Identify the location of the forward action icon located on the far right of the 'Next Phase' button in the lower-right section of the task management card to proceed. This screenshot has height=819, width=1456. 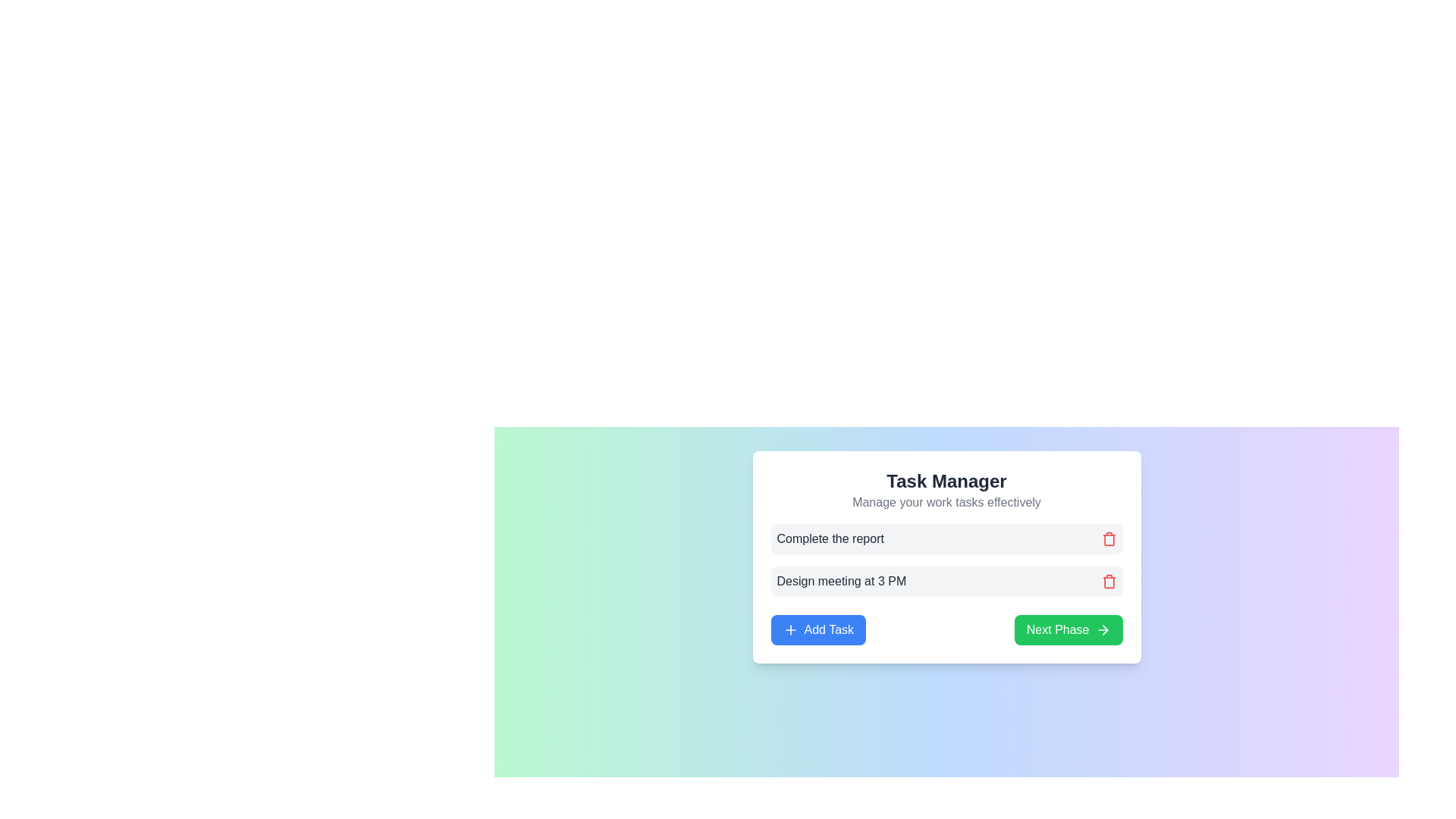
(1103, 629).